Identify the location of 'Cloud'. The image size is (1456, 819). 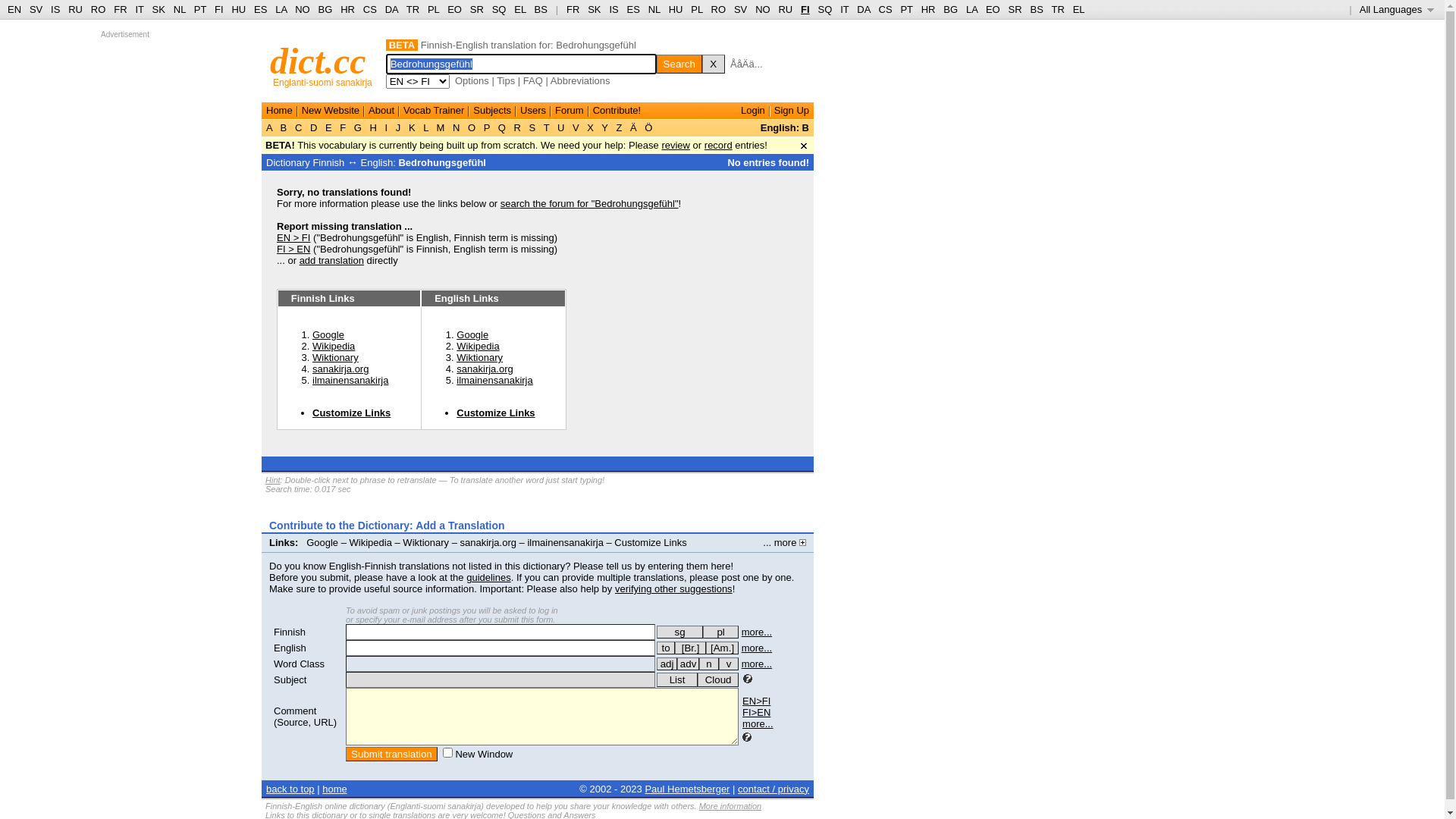
(717, 679).